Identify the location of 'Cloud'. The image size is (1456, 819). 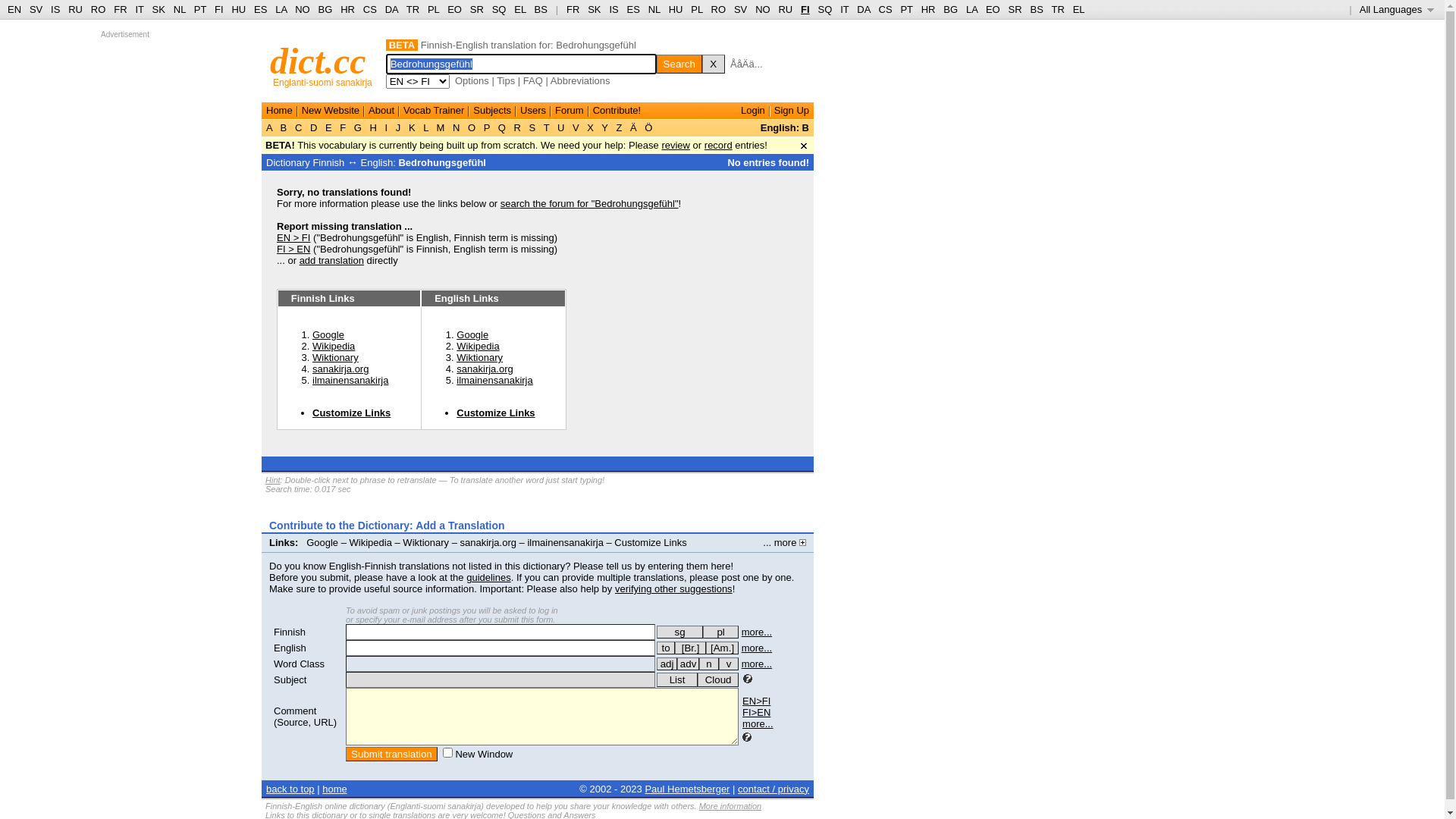
(717, 679).